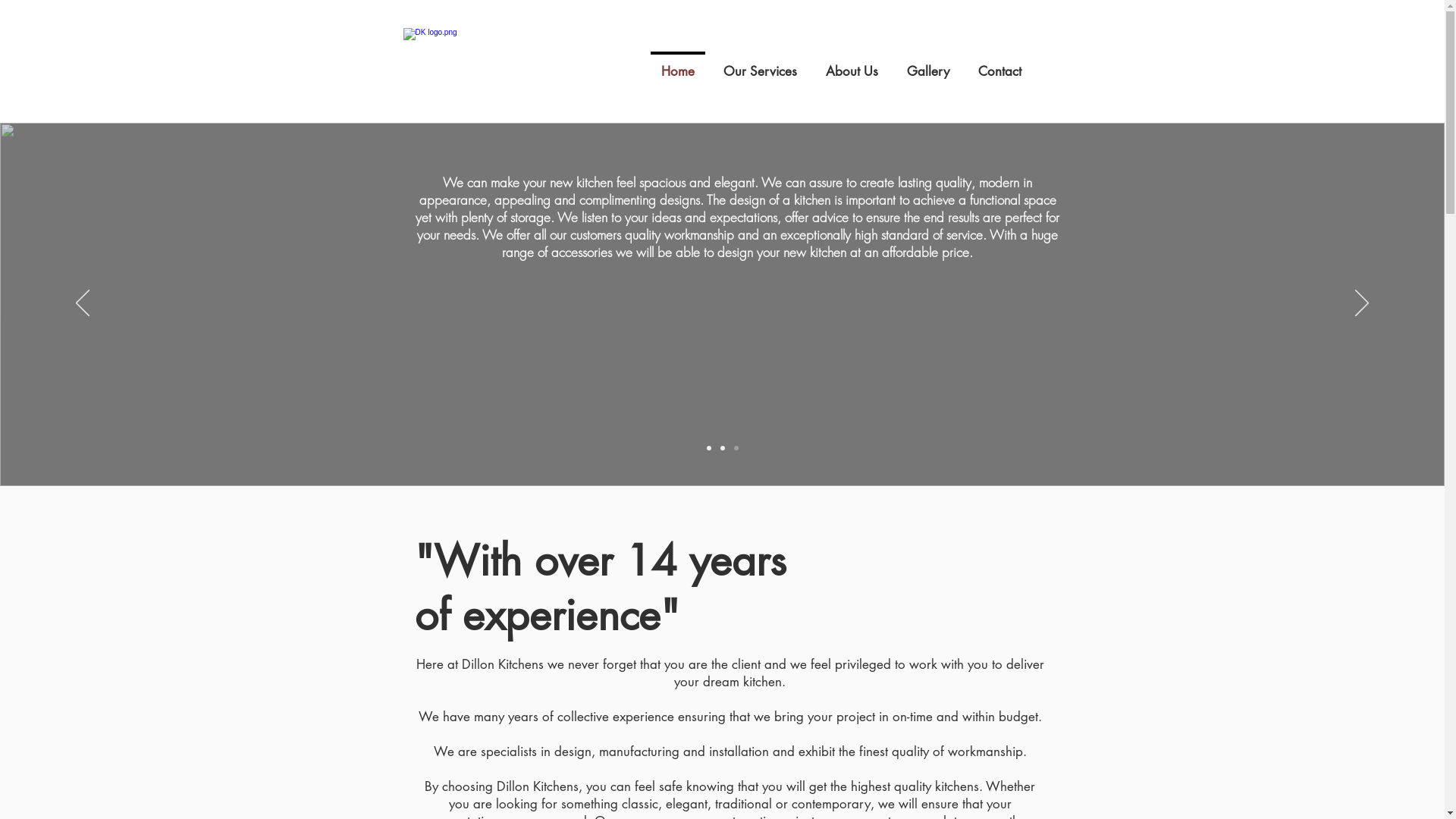 The height and width of the screenshot is (819, 1456). I want to click on 'Contact', so click(999, 63).